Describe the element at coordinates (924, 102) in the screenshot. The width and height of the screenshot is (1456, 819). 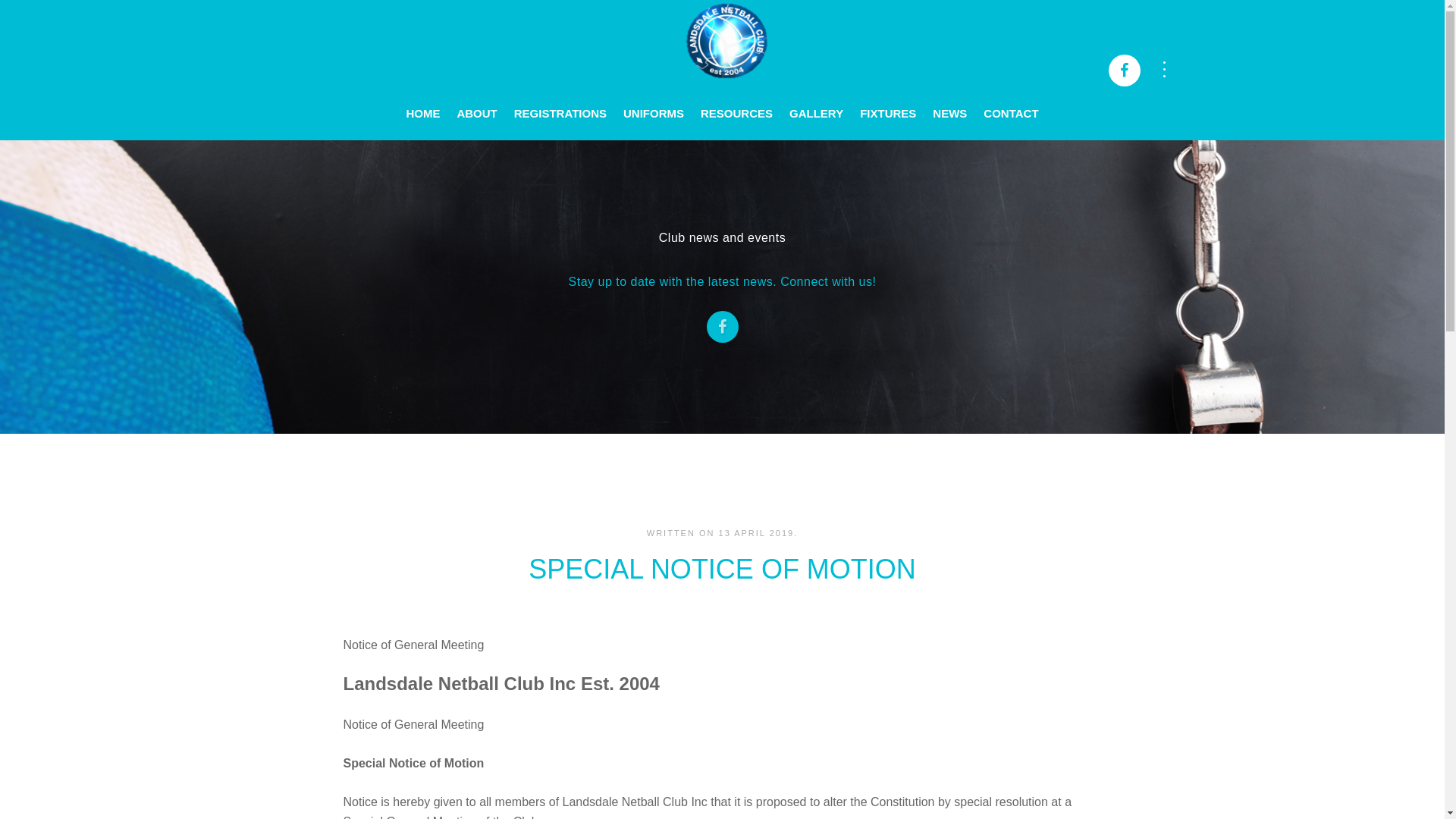
I see `'NEWS'` at that location.